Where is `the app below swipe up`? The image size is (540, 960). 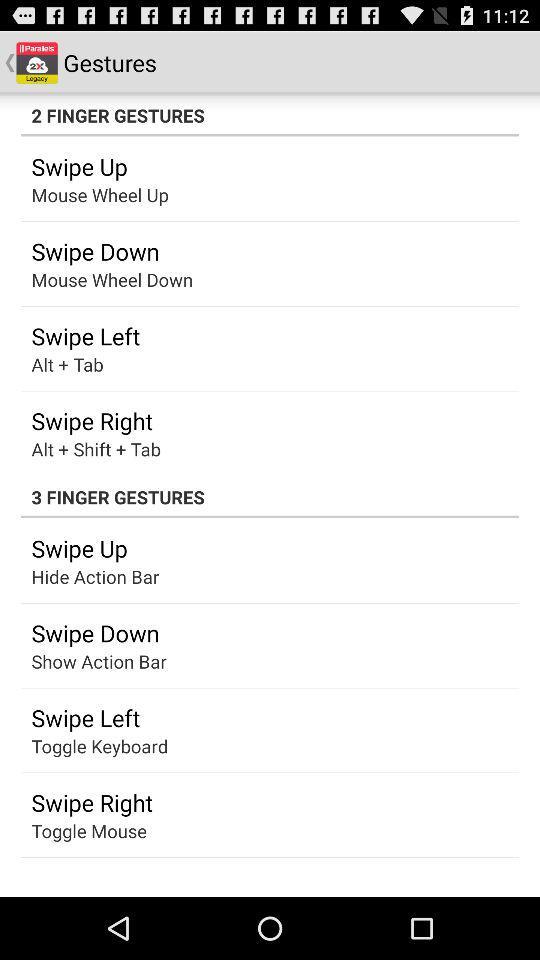 the app below swipe up is located at coordinates (83, 576).